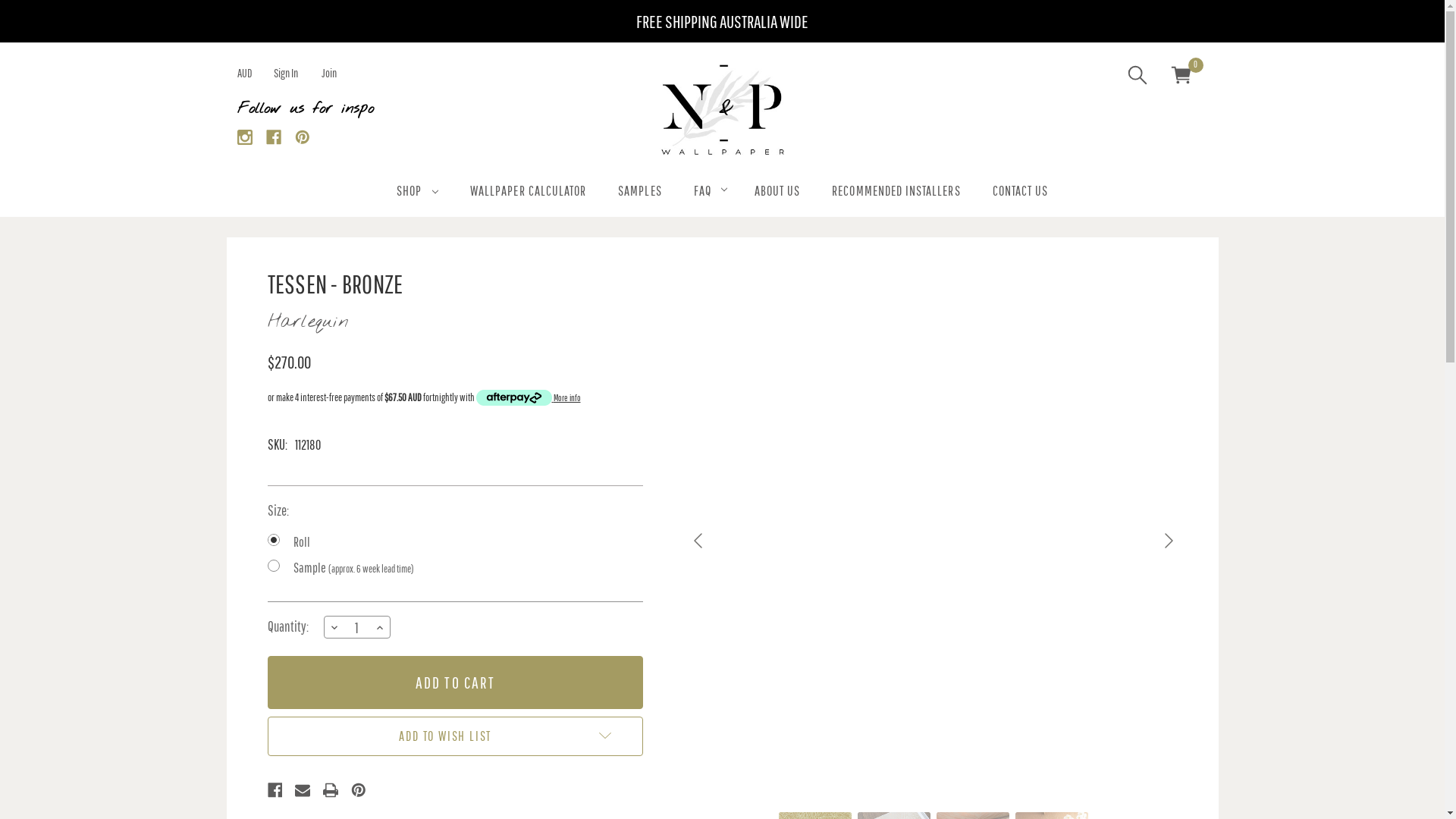 The height and width of the screenshot is (819, 1456). I want to click on 'INCREASE QUANTITY OF TESSEN - BRONZE', so click(379, 626).